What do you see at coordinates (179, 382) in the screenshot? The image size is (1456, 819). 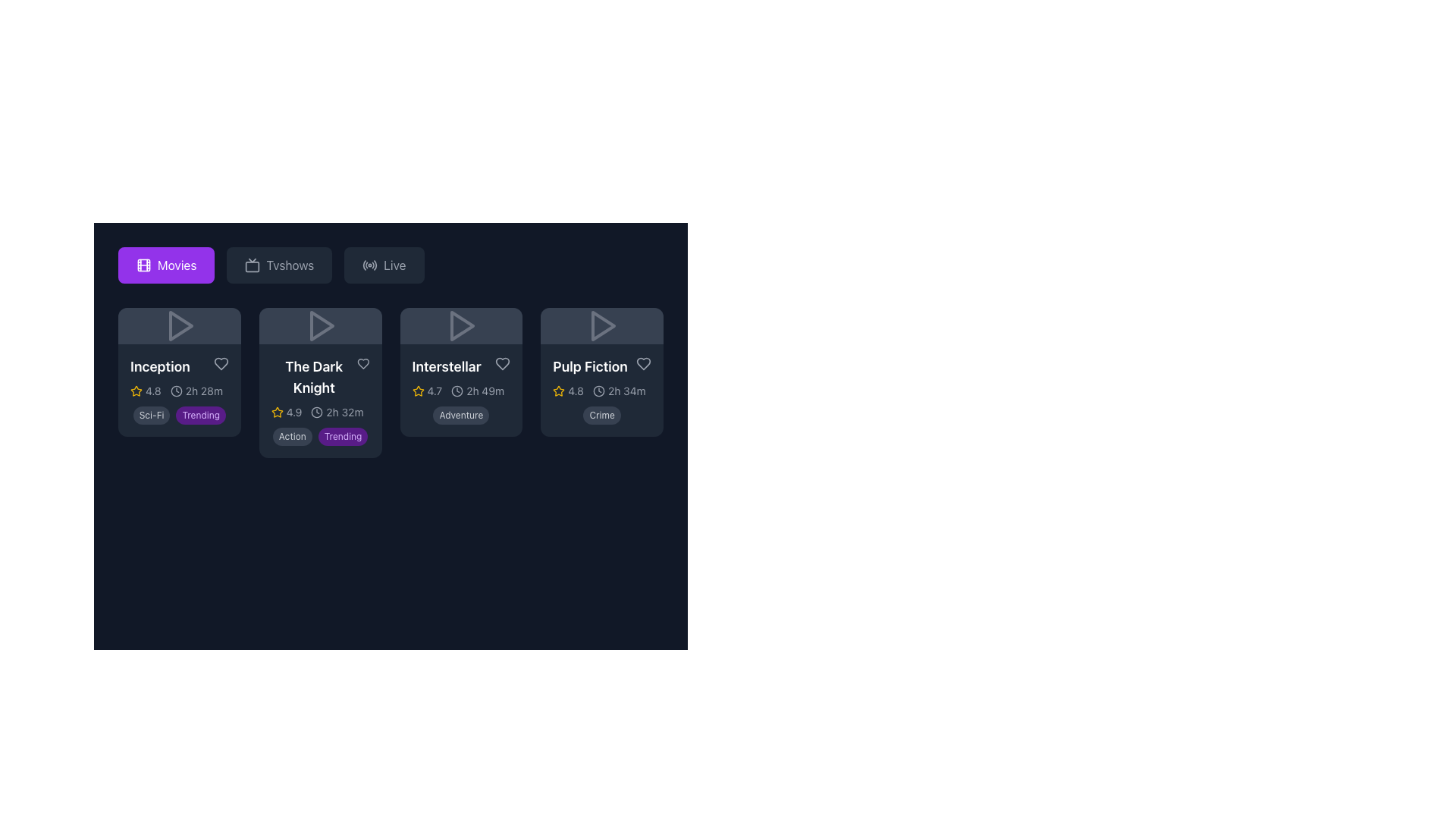 I see `the 'Sci-Fi' and 'Trending' tags at the bottom of the Inception movie card for filtering or categorization` at bounding box center [179, 382].